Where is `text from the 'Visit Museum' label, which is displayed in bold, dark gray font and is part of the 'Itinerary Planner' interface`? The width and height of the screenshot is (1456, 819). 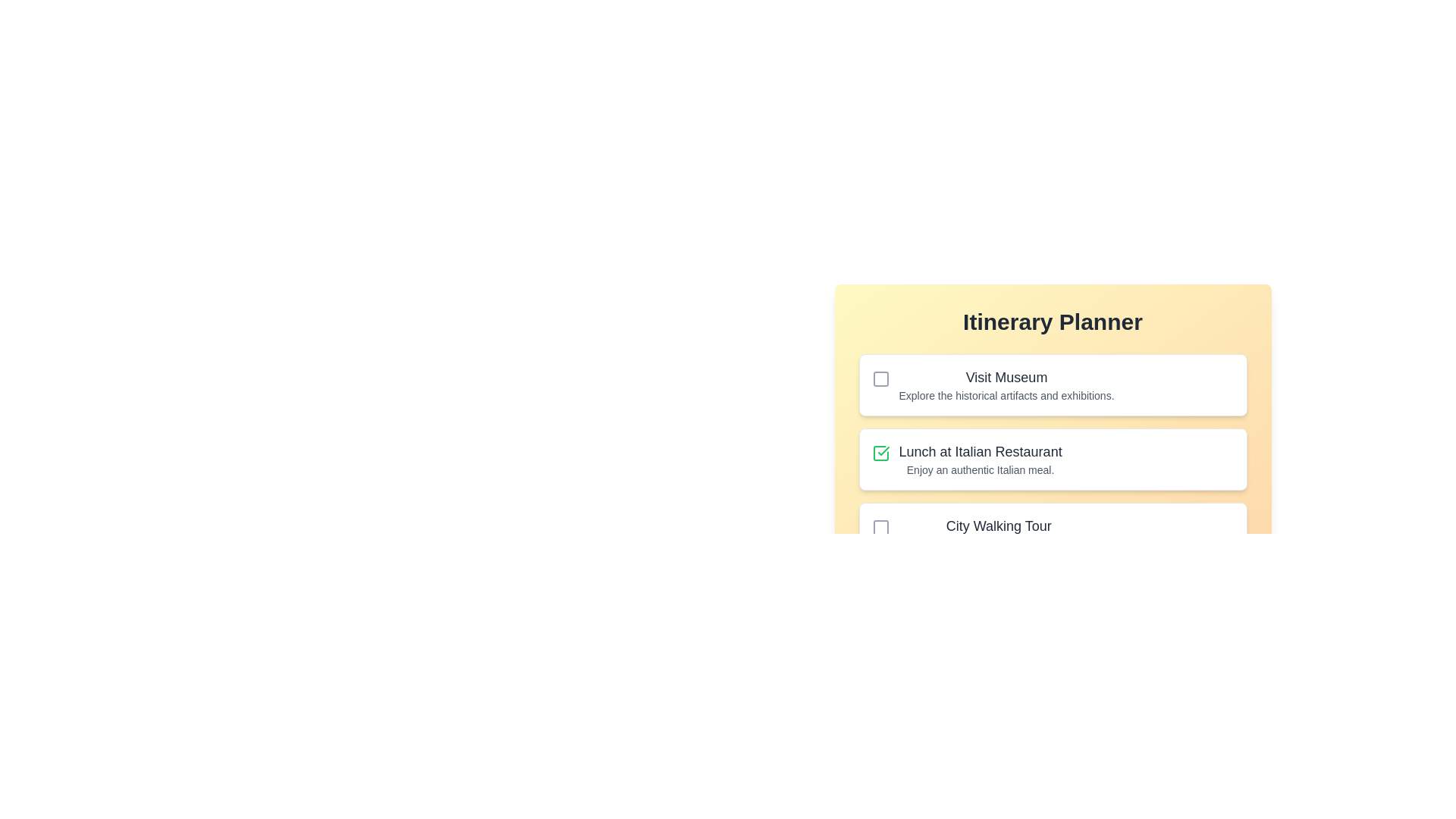 text from the 'Visit Museum' label, which is displayed in bold, dark gray font and is part of the 'Itinerary Planner' interface is located at coordinates (1006, 376).